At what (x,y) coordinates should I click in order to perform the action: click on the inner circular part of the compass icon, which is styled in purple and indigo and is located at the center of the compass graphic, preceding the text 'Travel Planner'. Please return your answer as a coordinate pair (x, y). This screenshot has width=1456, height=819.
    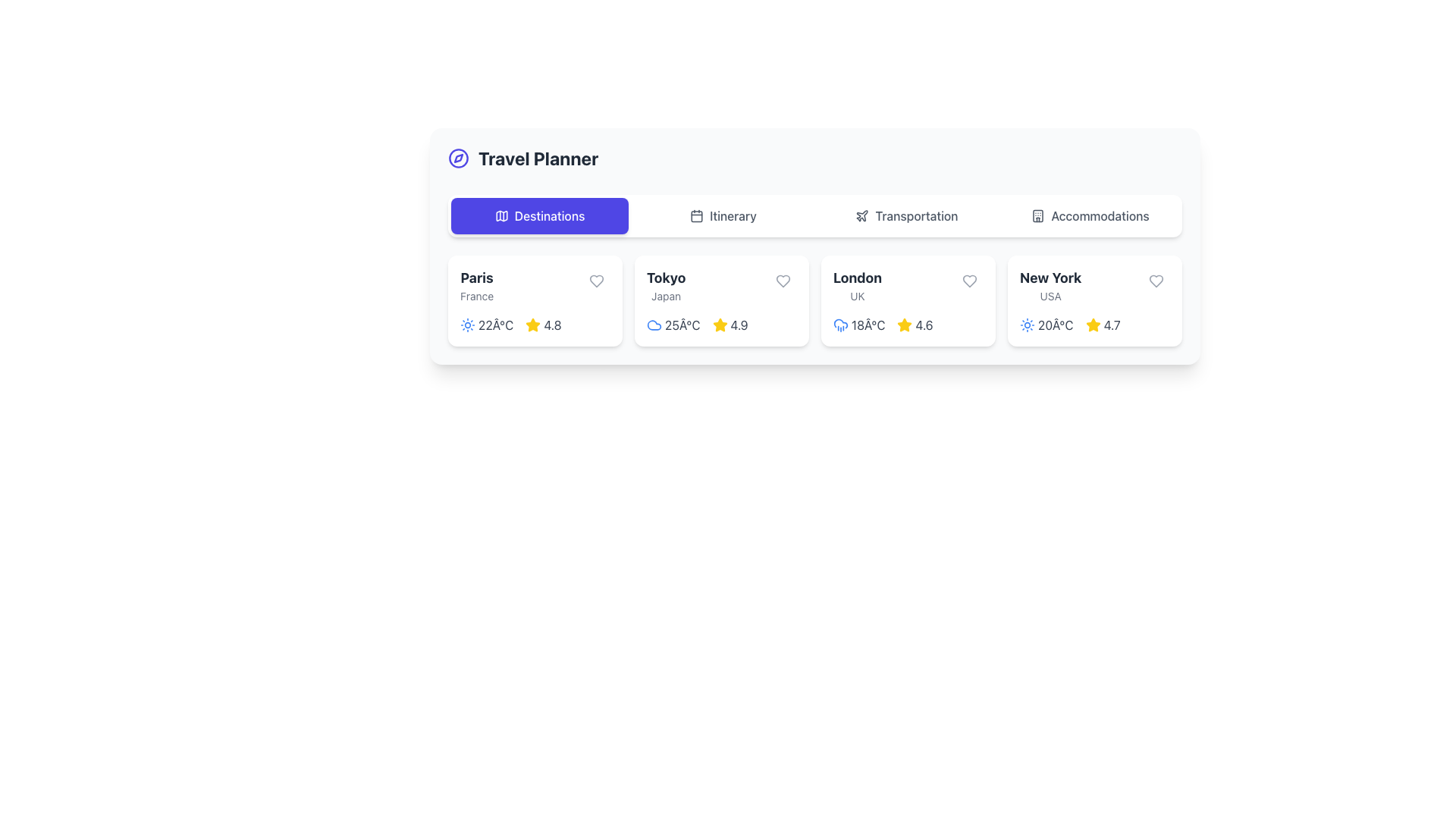
    Looking at the image, I should click on (457, 158).